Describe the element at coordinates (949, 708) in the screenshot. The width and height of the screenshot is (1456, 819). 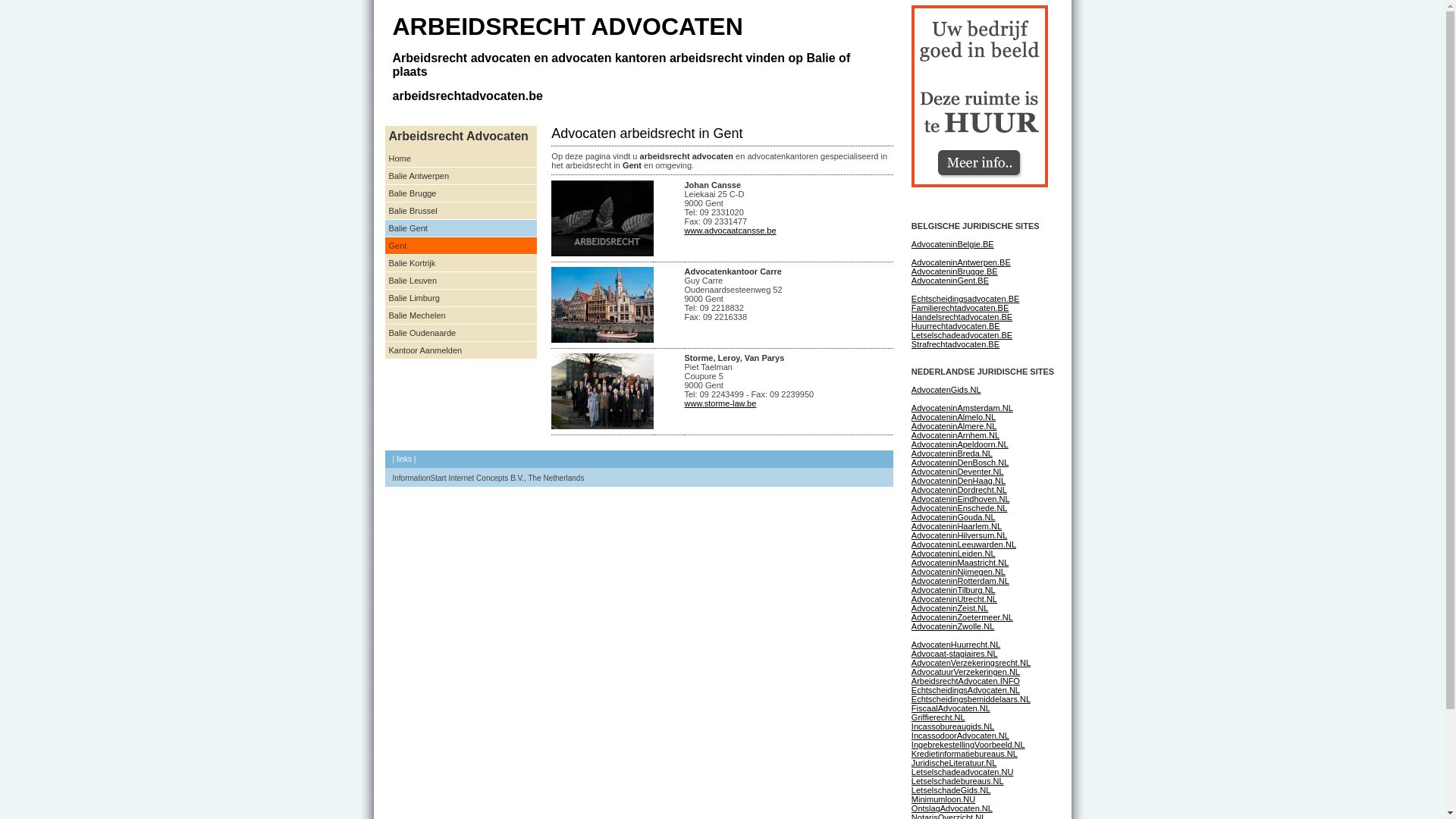
I see `'FiscaalAdvocaten.NL'` at that location.